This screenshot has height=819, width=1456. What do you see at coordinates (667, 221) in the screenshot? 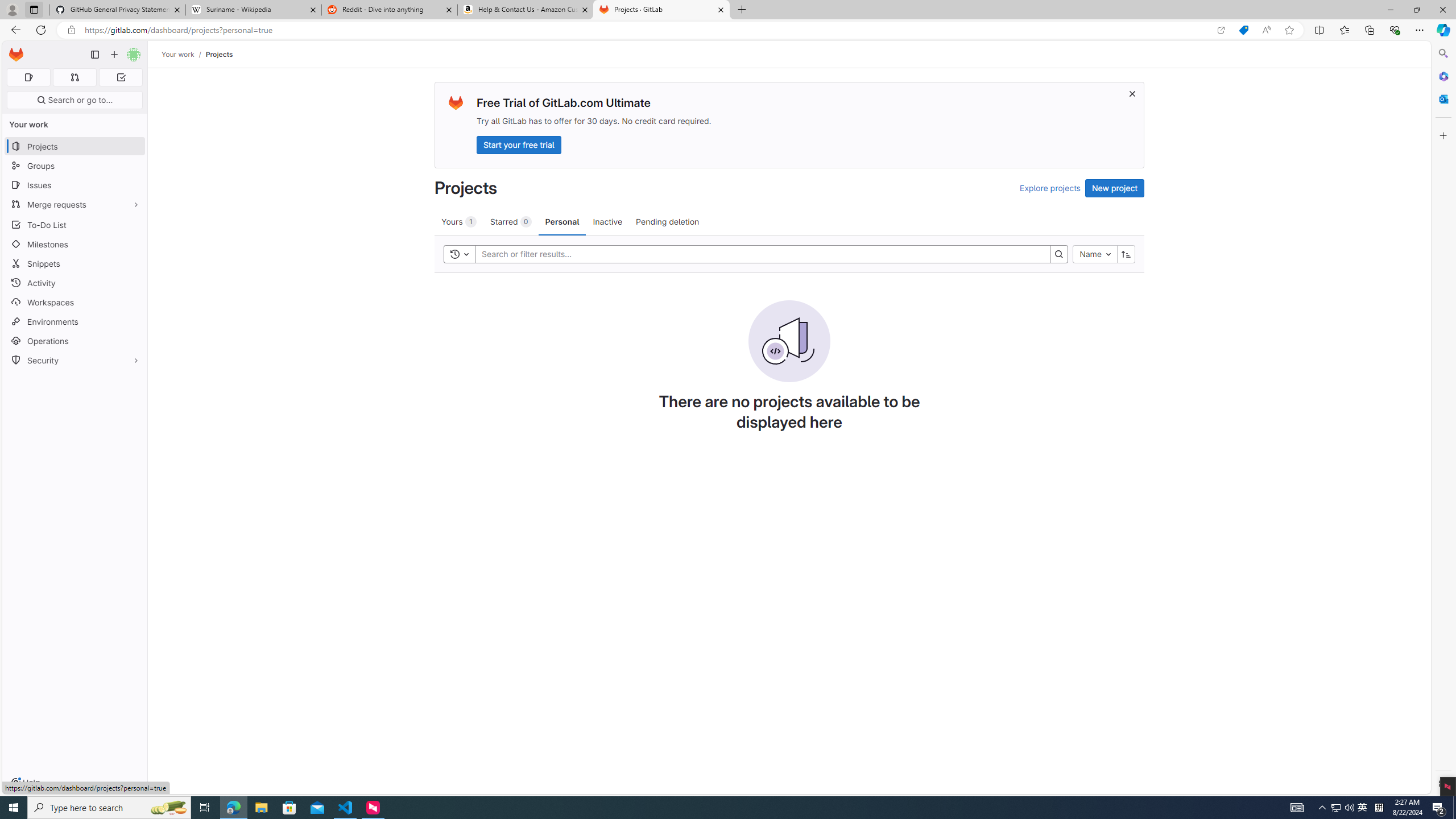
I see `'Pending deletion'` at bounding box center [667, 221].